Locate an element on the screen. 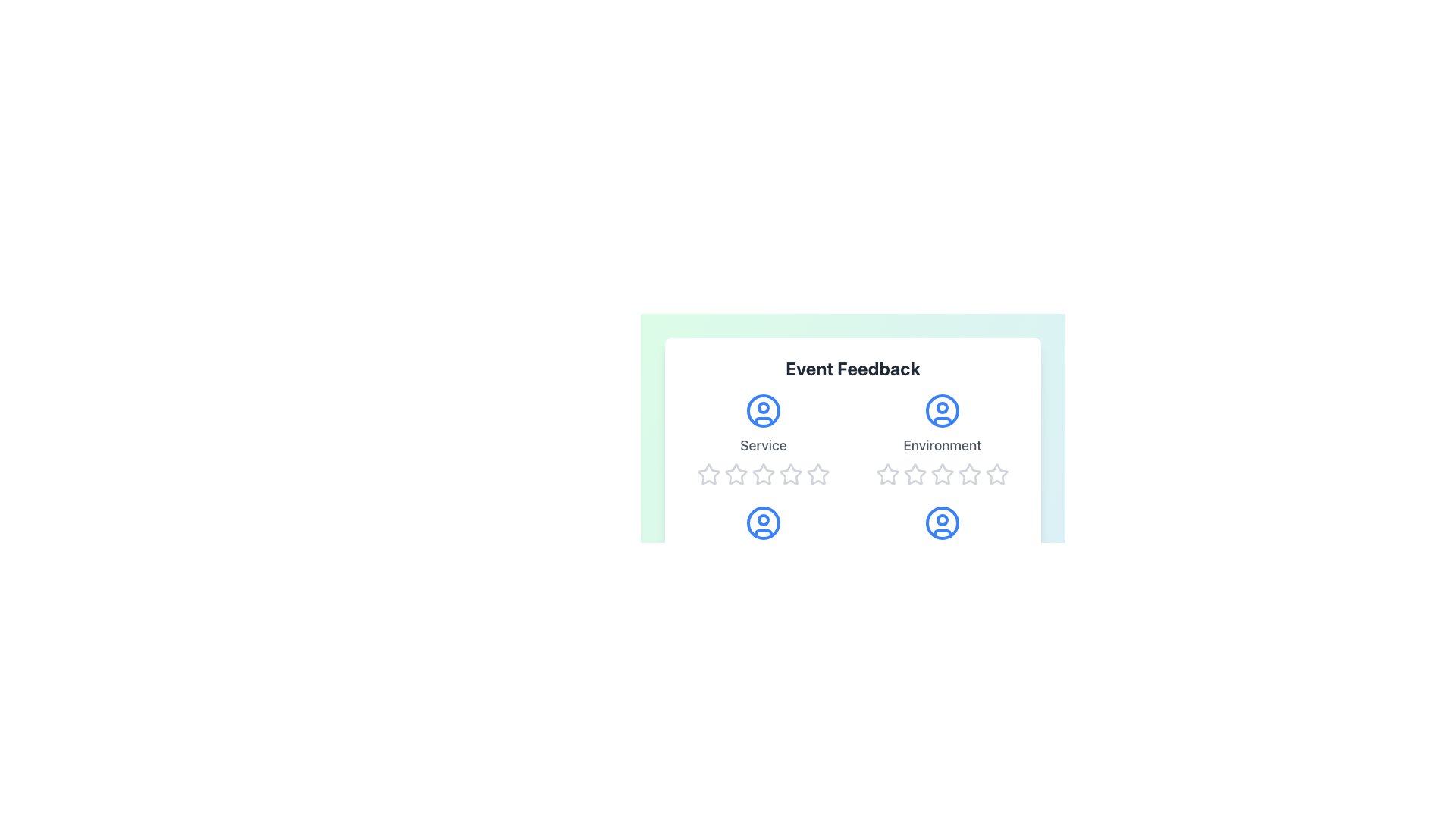 The height and width of the screenshot is (819, 1456). the user icon in the Feedback Rating Component, which is styled in blue and positioned above the 'Environment' label is located at coordinates (942, 439).